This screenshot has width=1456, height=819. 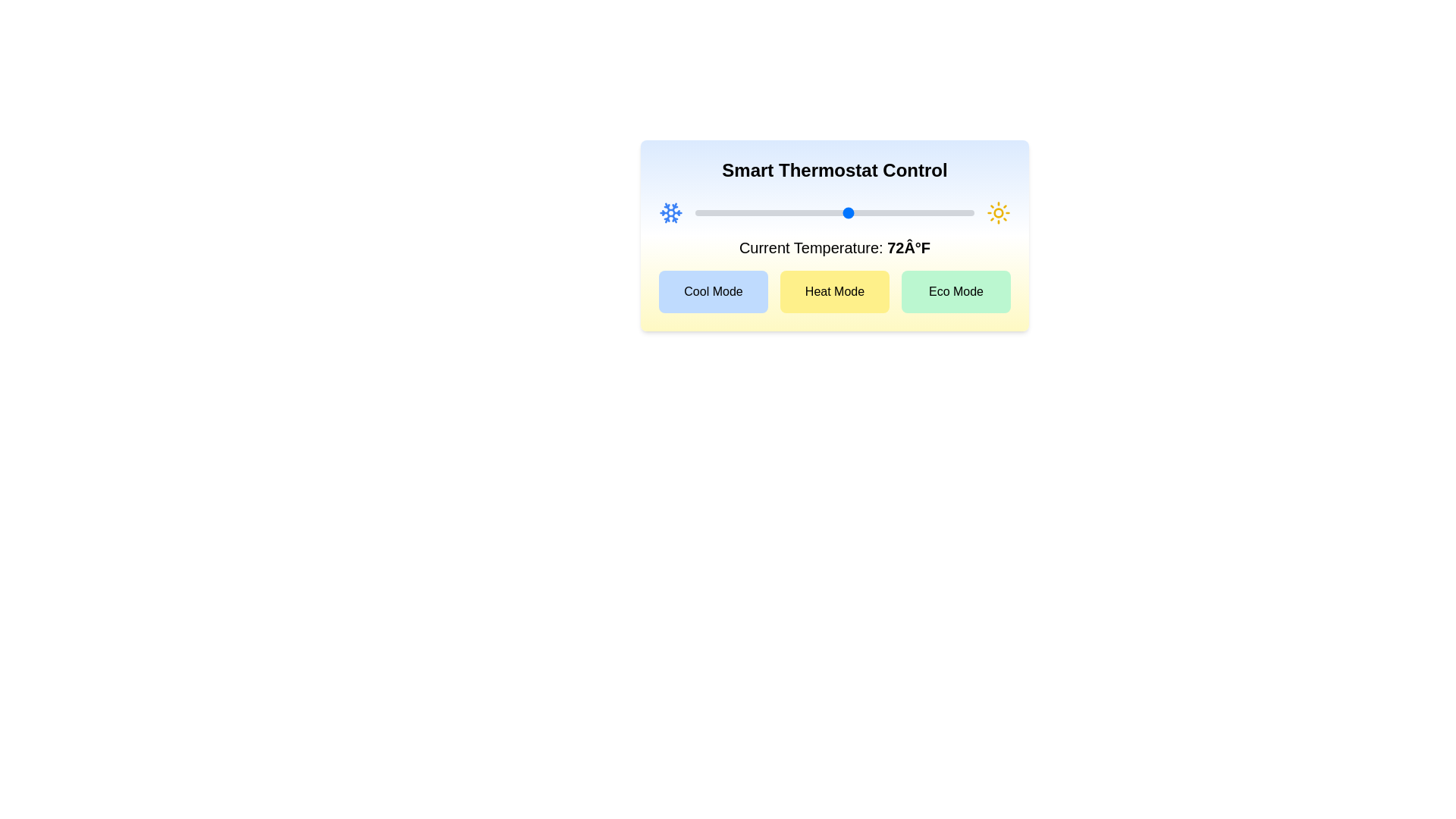 I want to click on the 'Cool Mode' button, so click(x=712, y=292).